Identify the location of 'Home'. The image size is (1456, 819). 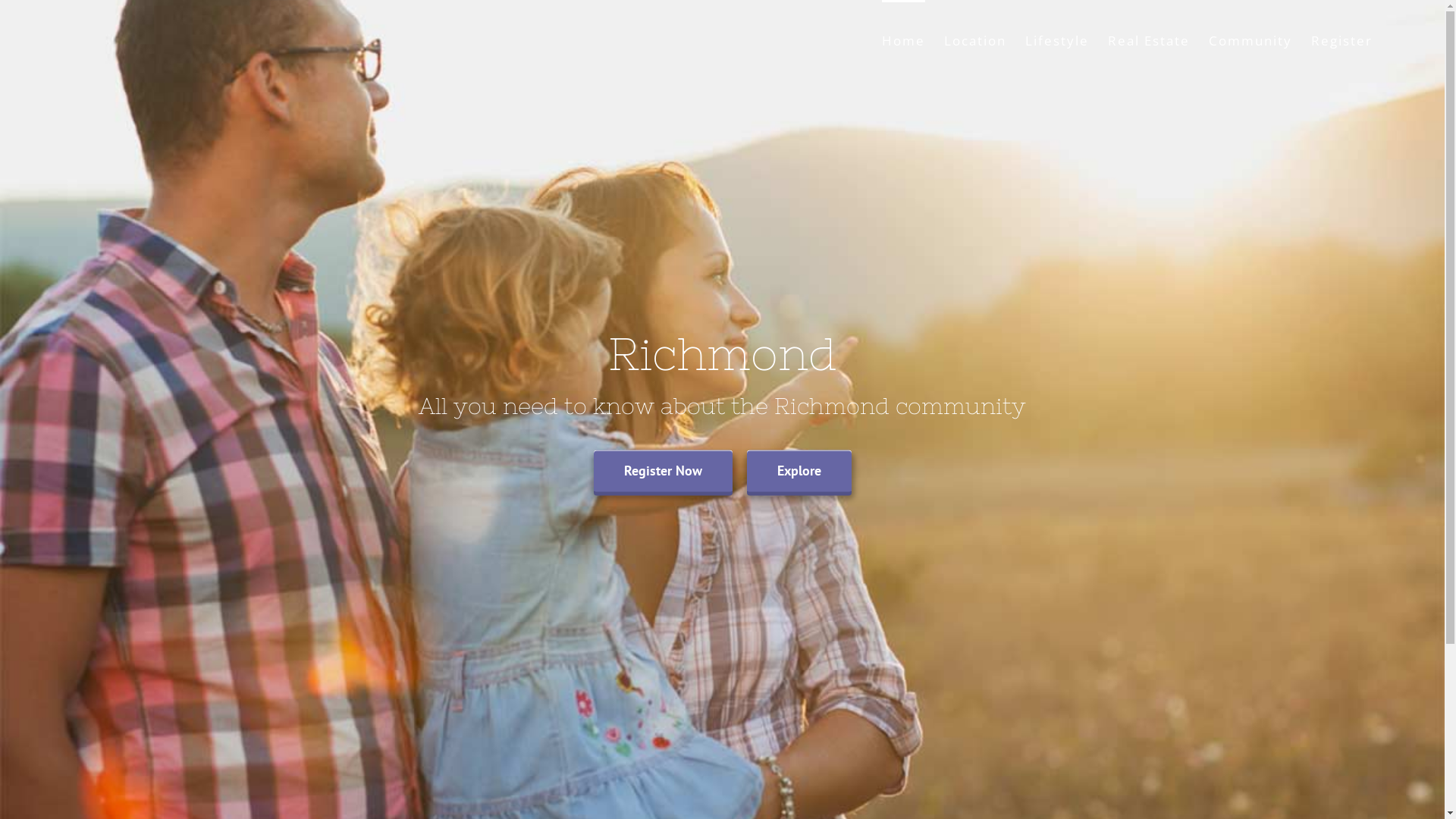
(881, 38).